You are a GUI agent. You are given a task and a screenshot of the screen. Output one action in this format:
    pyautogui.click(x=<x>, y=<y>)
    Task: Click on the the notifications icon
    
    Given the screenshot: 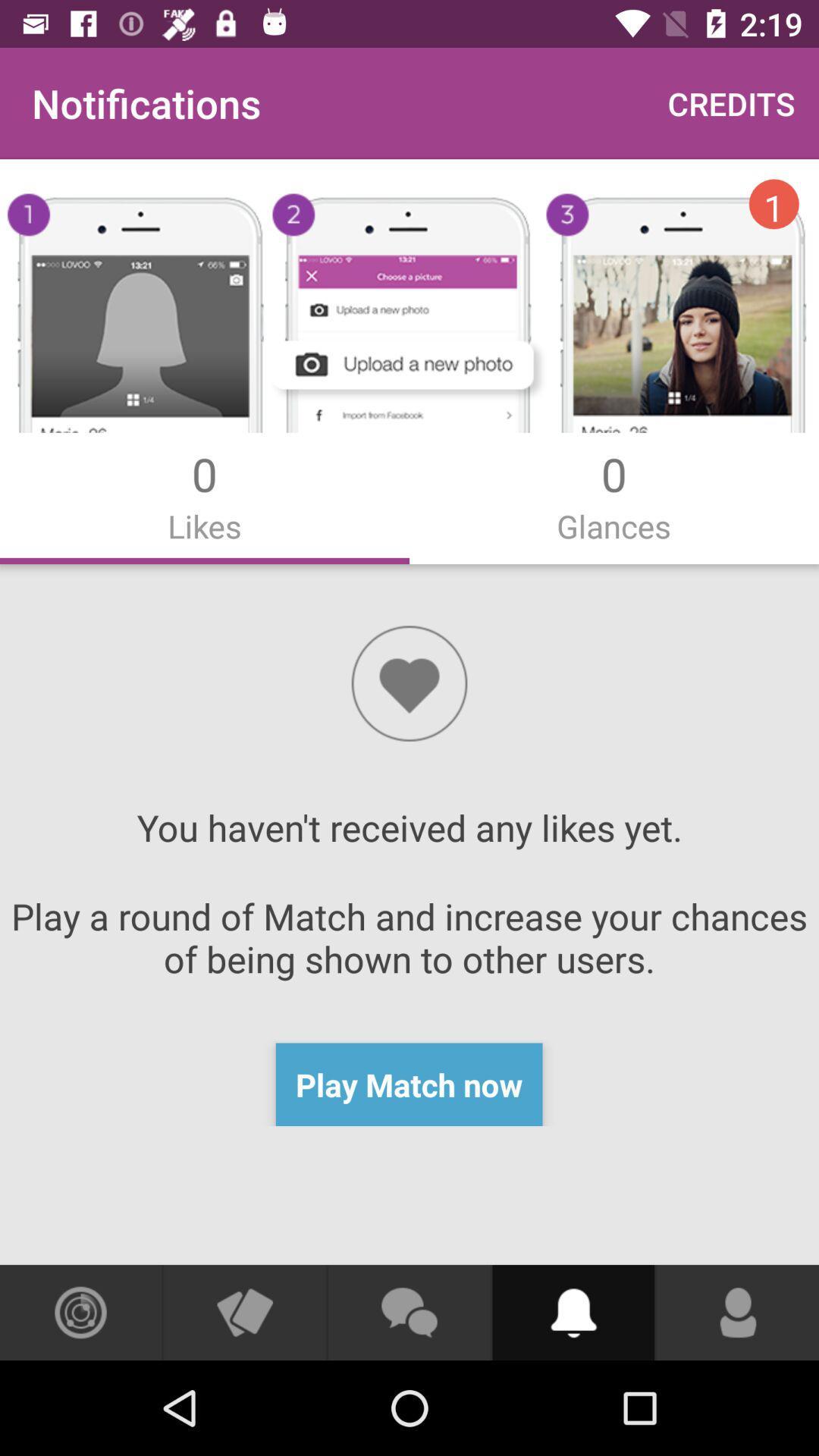 What is the action you would take?
    pyautogui.click(x=573, y=1312)
    